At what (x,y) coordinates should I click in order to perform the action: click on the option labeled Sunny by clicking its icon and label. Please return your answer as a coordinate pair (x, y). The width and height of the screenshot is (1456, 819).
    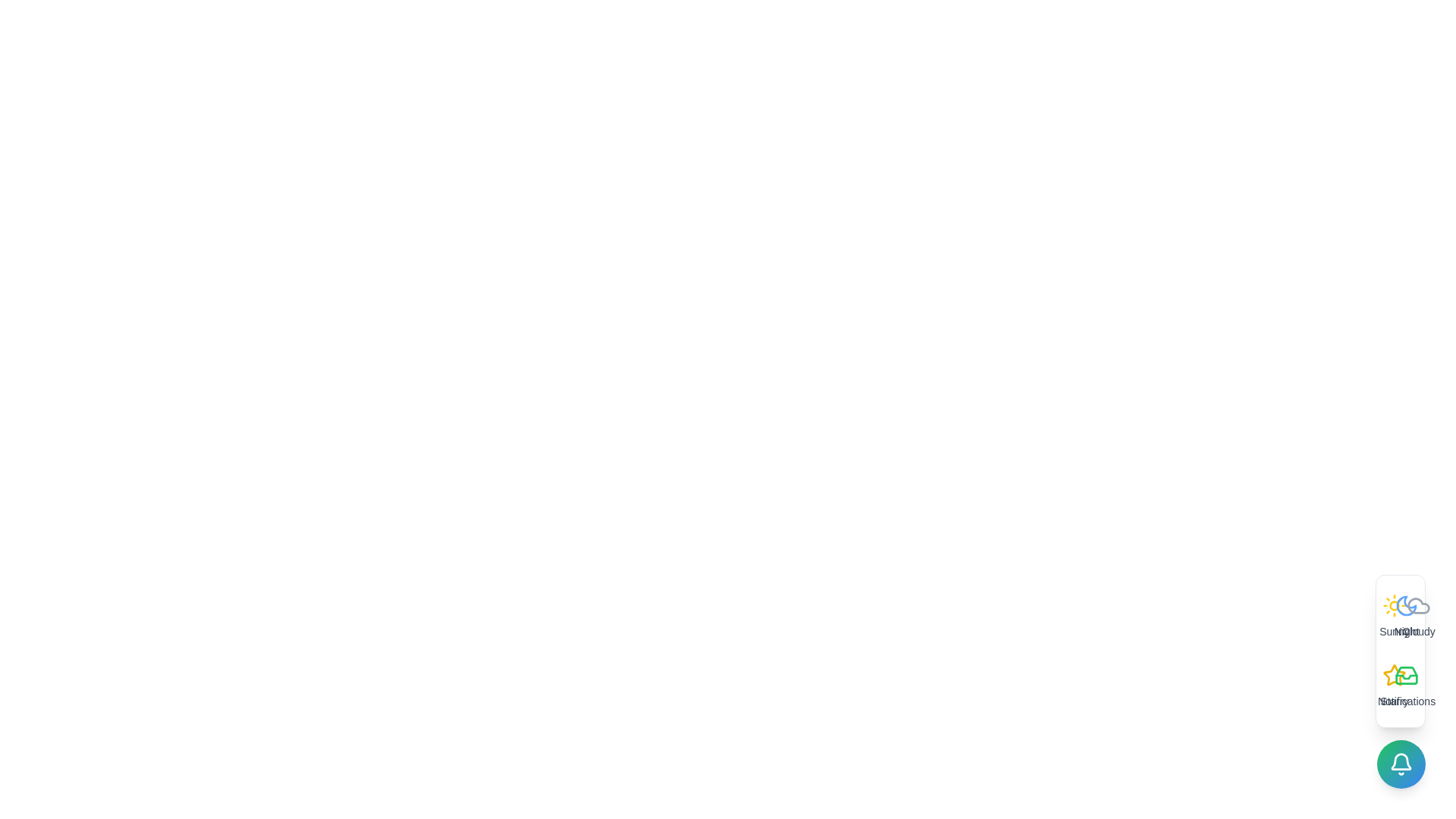
    Looking at the image, I should click on (1394, 617).